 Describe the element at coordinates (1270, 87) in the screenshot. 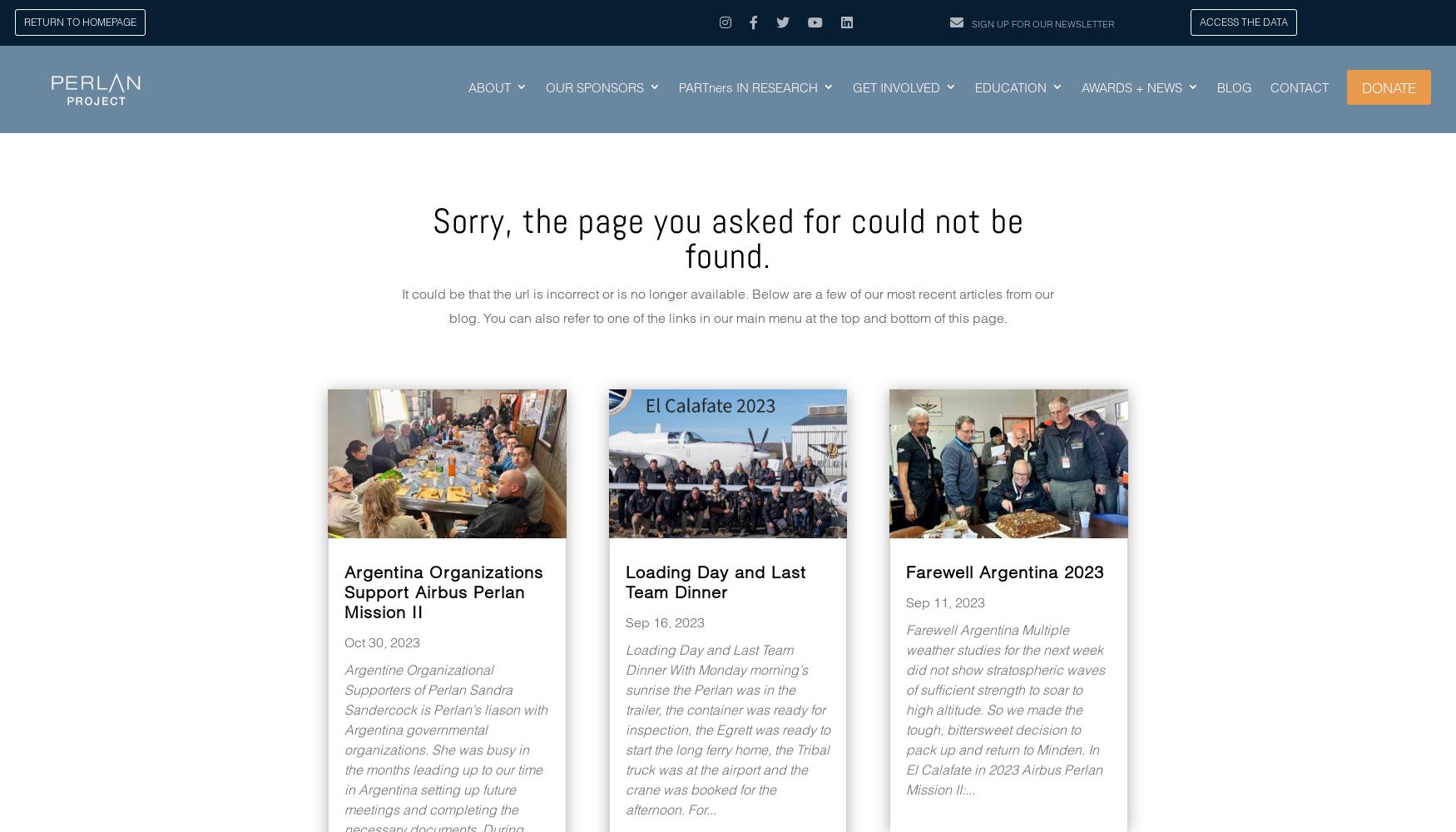

I see `'CONTACT'` at that location.